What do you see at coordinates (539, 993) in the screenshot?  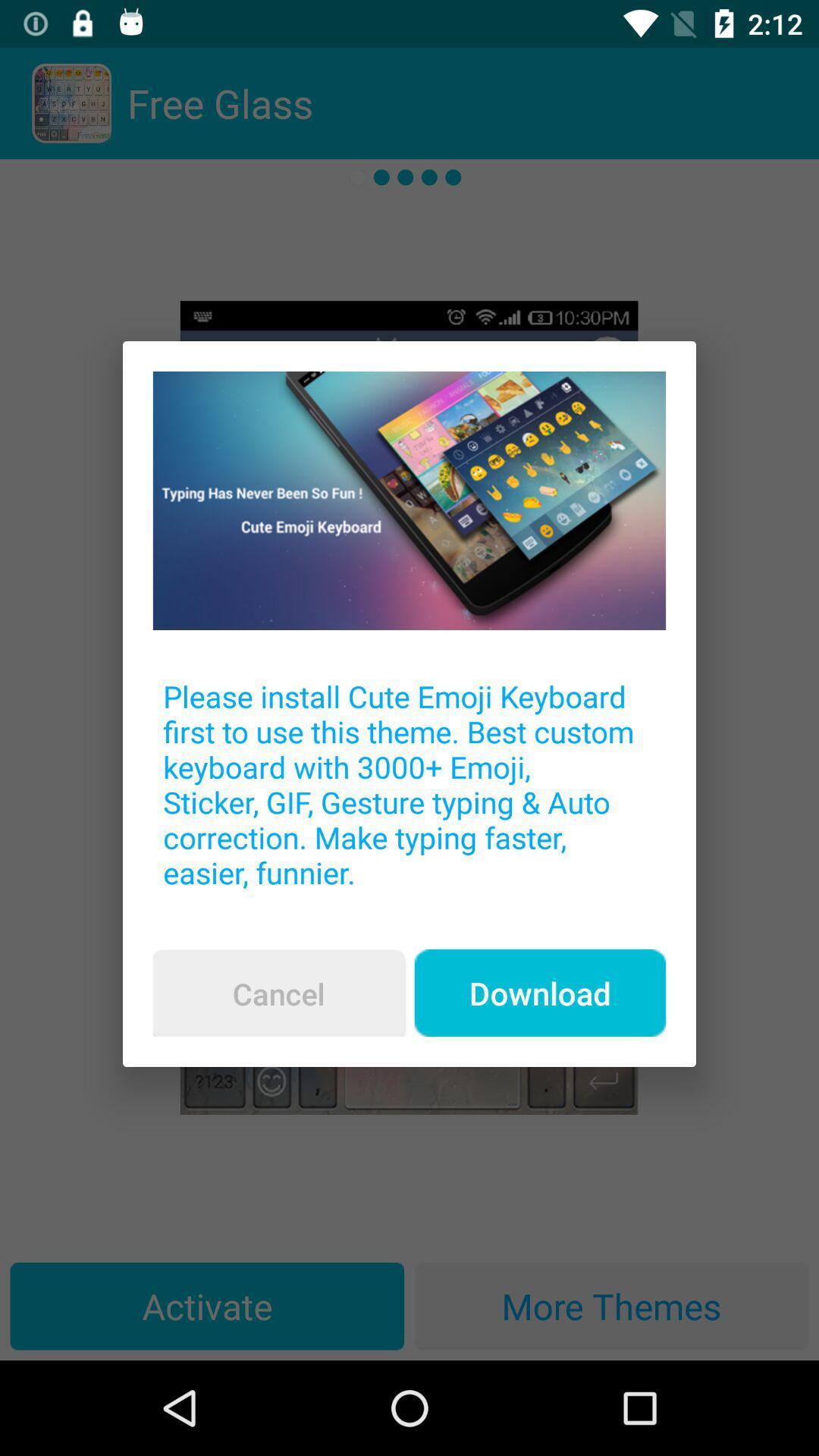 I see `download icon` at bounding box center [539, 993].